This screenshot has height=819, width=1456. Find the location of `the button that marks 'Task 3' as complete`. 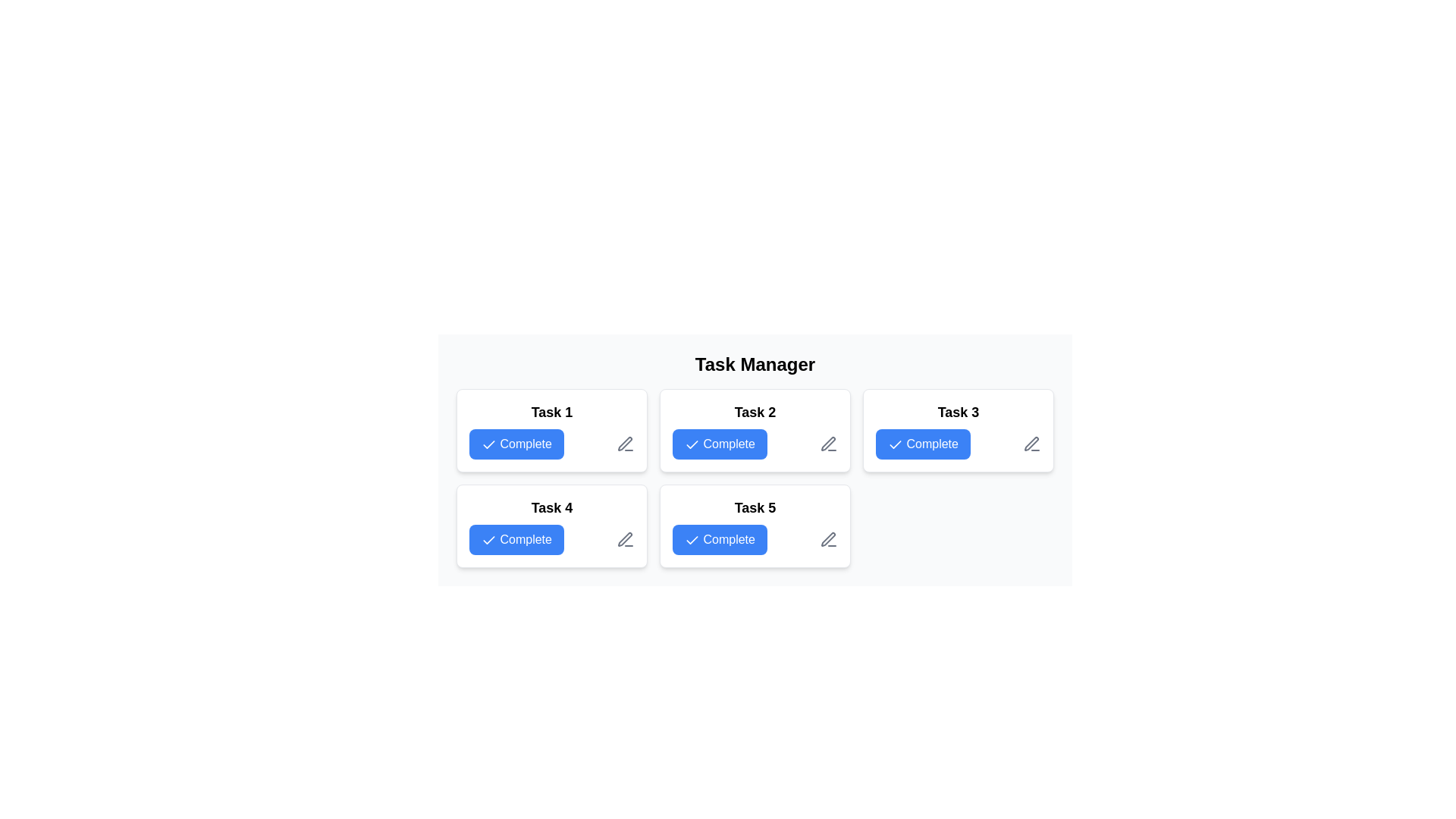

the button that marks 'Task 3' as complete is located at coordinates (957, 444).